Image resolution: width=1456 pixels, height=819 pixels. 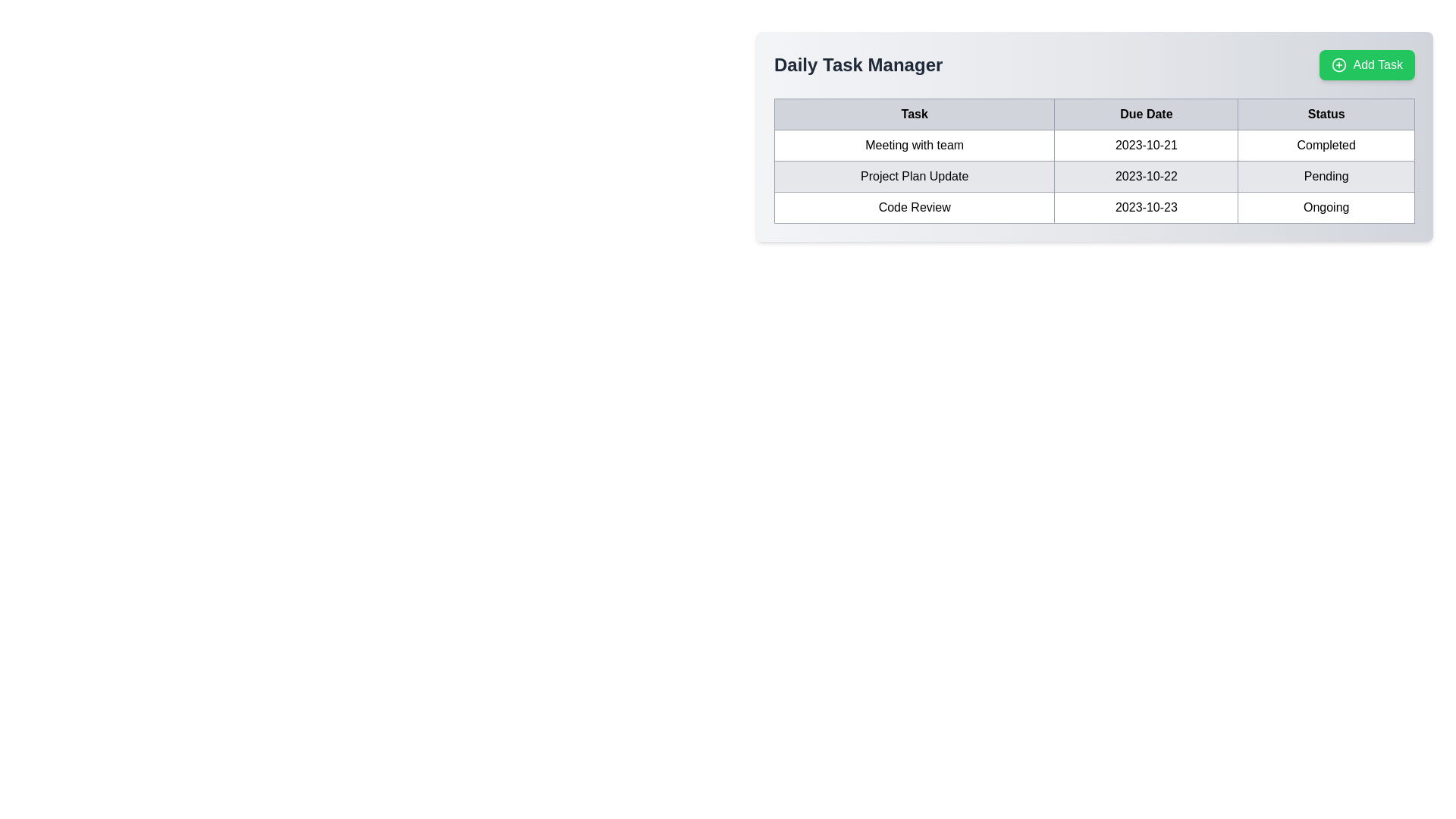 I want to click on the status label indicating the completion status of the task 'Meeting with team' located in the third cell of the first row of the table layout under the 'Status' column, so click(x=1326, y=146).